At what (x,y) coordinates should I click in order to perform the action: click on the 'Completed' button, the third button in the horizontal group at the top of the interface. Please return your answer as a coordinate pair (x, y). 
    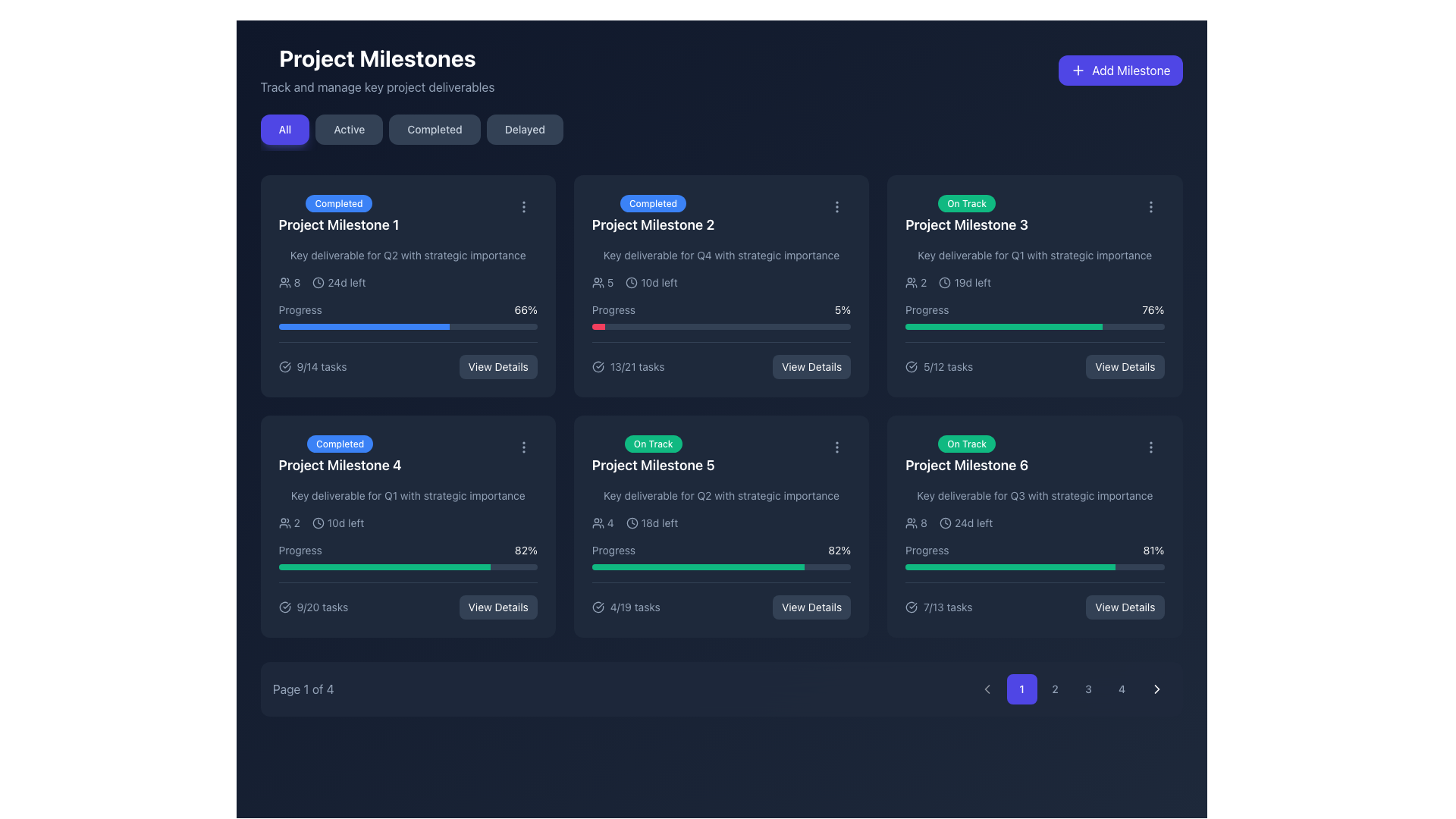
    Looking at the image, I should click on (434, 128).